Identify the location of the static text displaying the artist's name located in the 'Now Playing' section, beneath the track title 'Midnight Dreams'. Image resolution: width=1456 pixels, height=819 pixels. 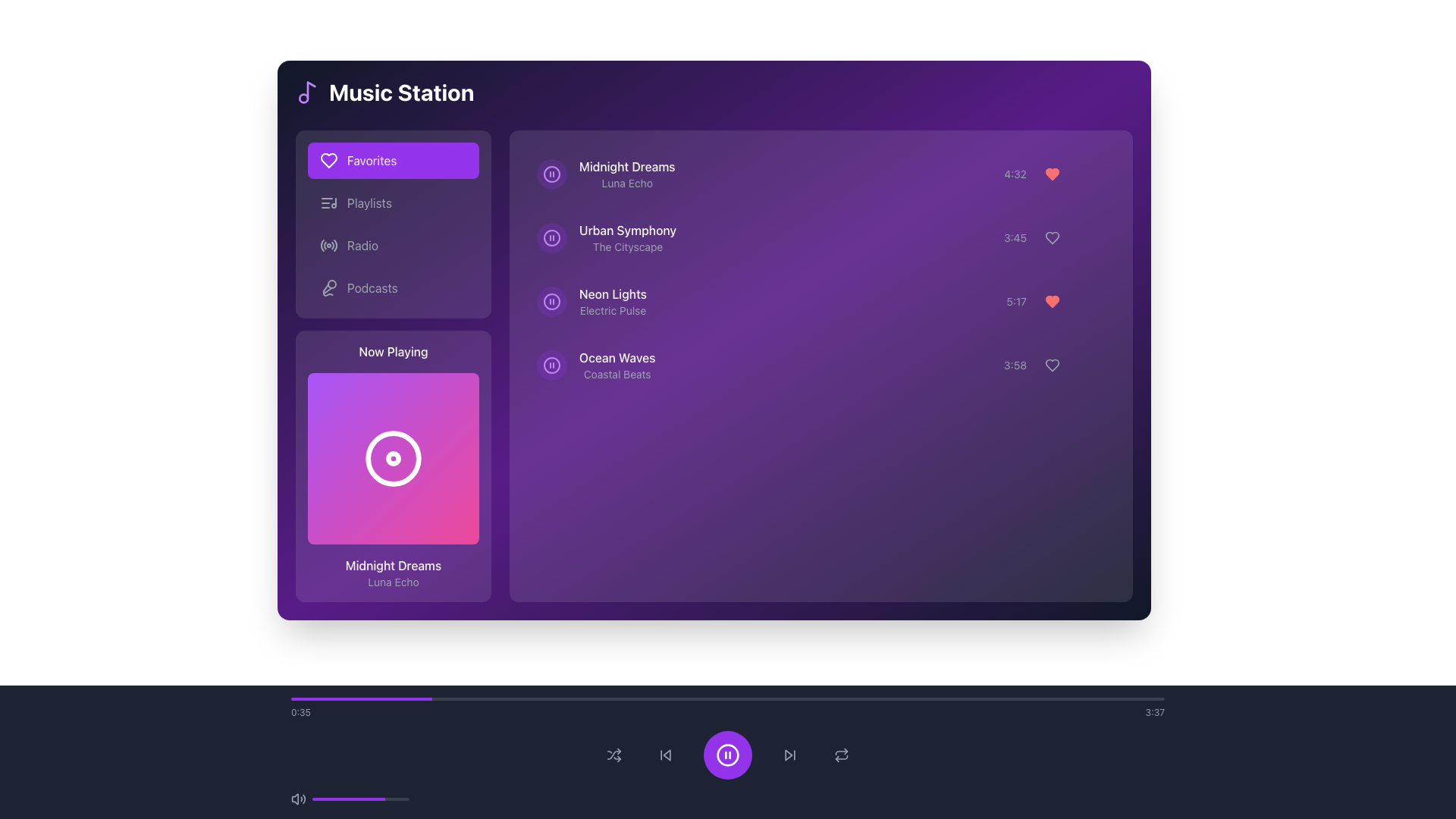
(393, 581).